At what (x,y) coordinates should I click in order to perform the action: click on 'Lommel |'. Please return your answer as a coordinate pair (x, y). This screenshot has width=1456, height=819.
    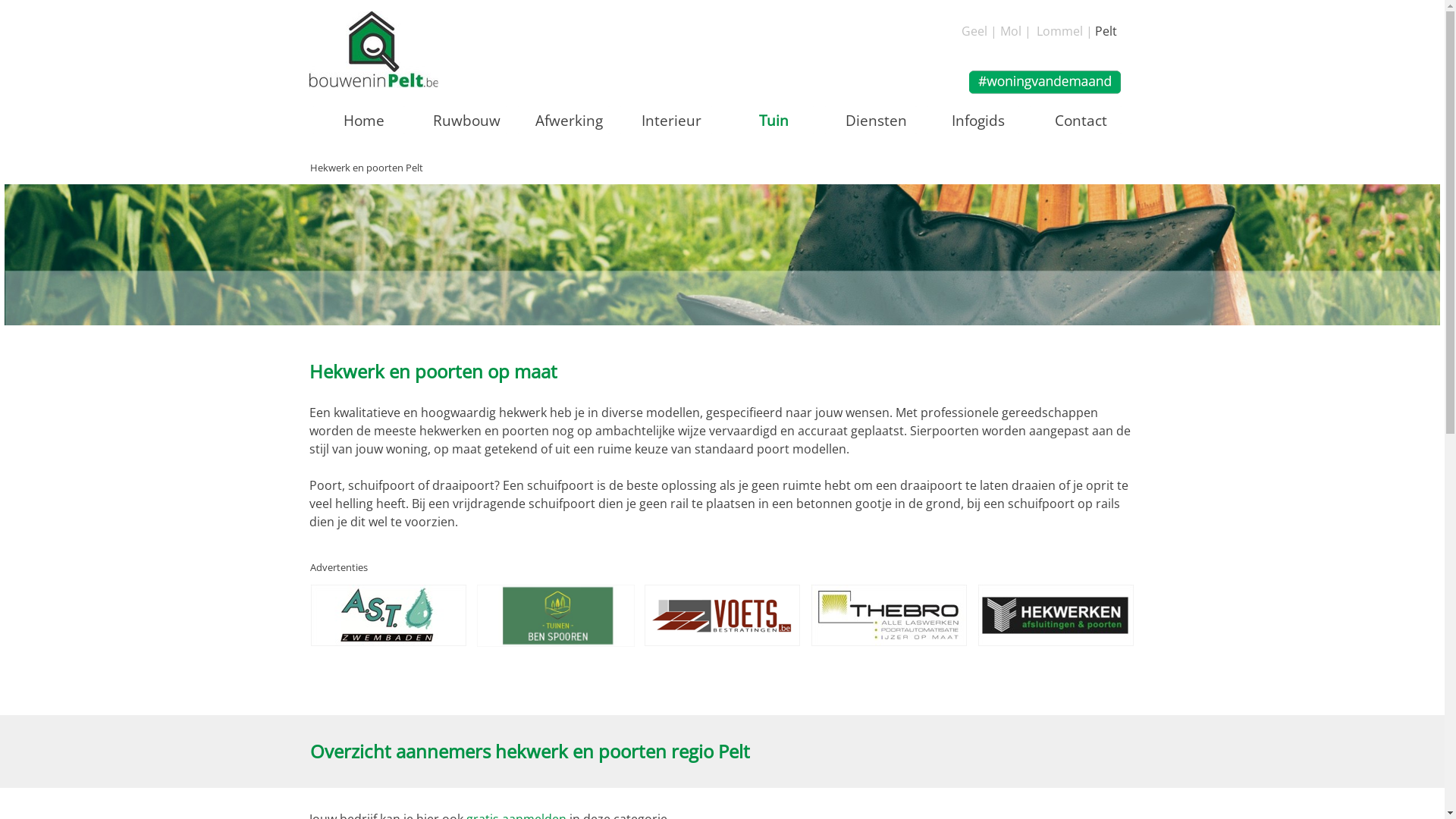
    Looking at the image, I should click on (1062, 31).